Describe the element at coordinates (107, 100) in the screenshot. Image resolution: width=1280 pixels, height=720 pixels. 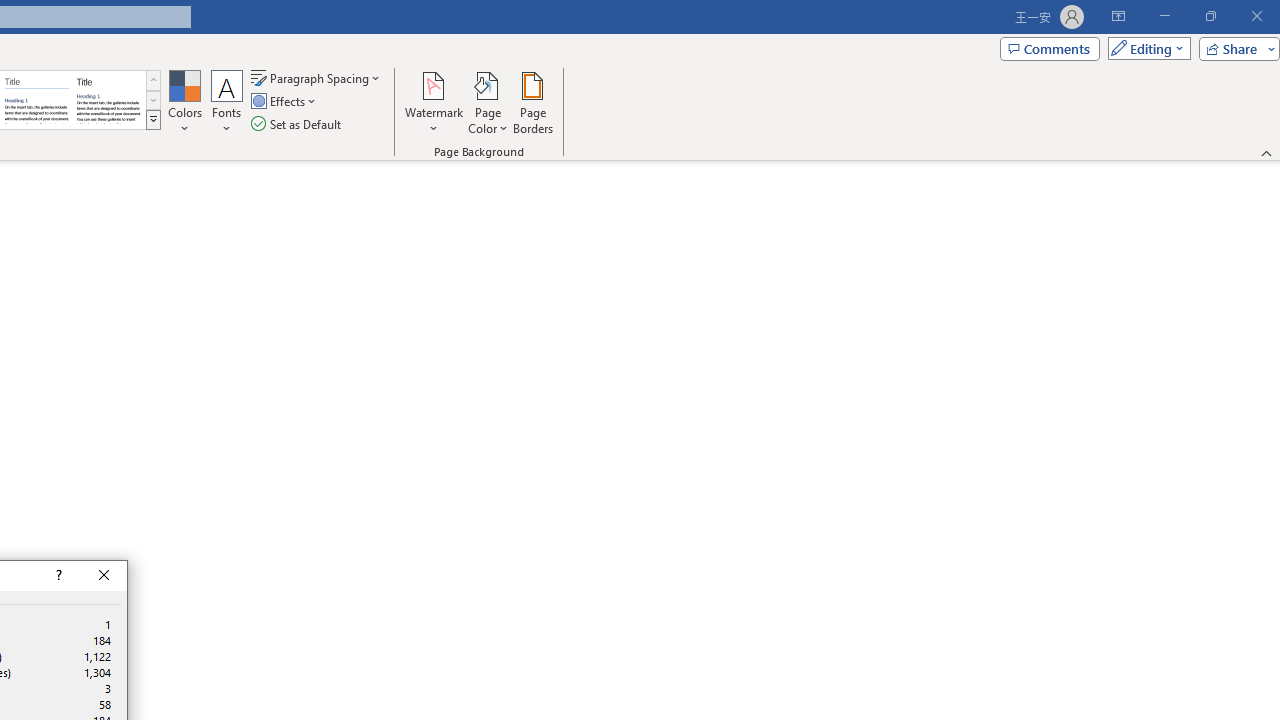
I see `'Word 2013'` at that location.